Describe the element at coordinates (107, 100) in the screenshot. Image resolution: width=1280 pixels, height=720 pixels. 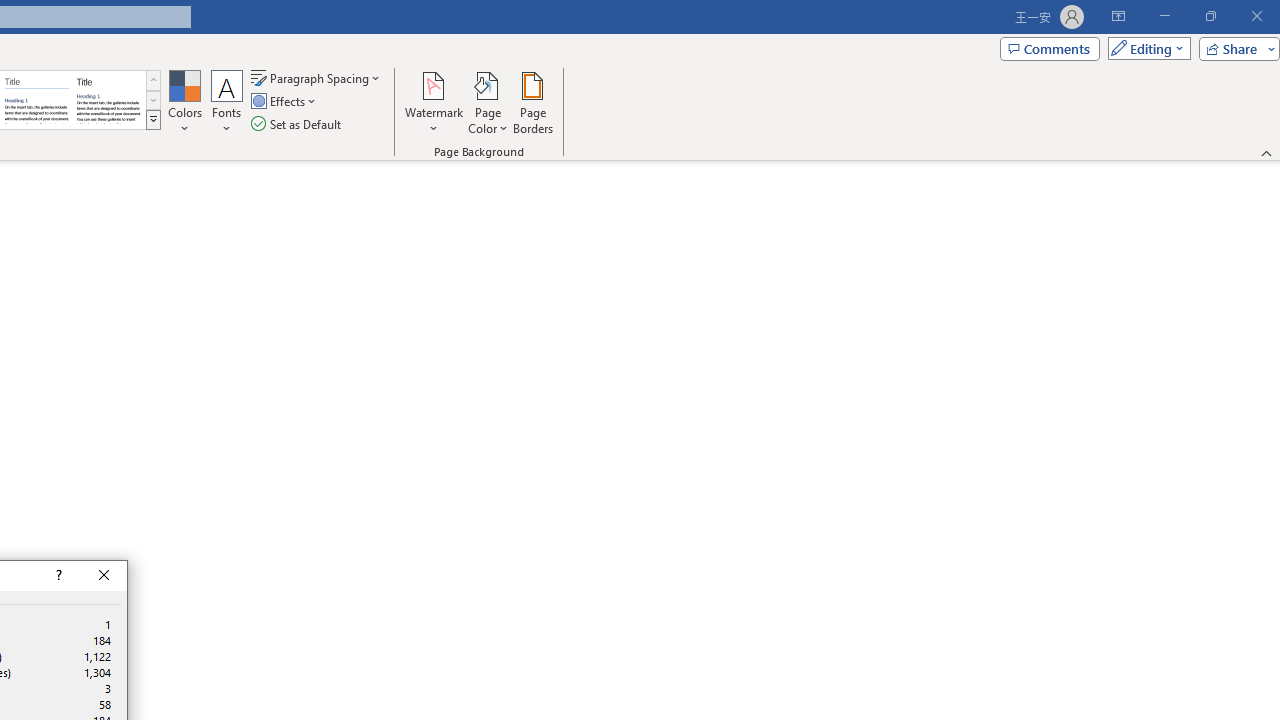
I see `'Word 2013'` at that location.